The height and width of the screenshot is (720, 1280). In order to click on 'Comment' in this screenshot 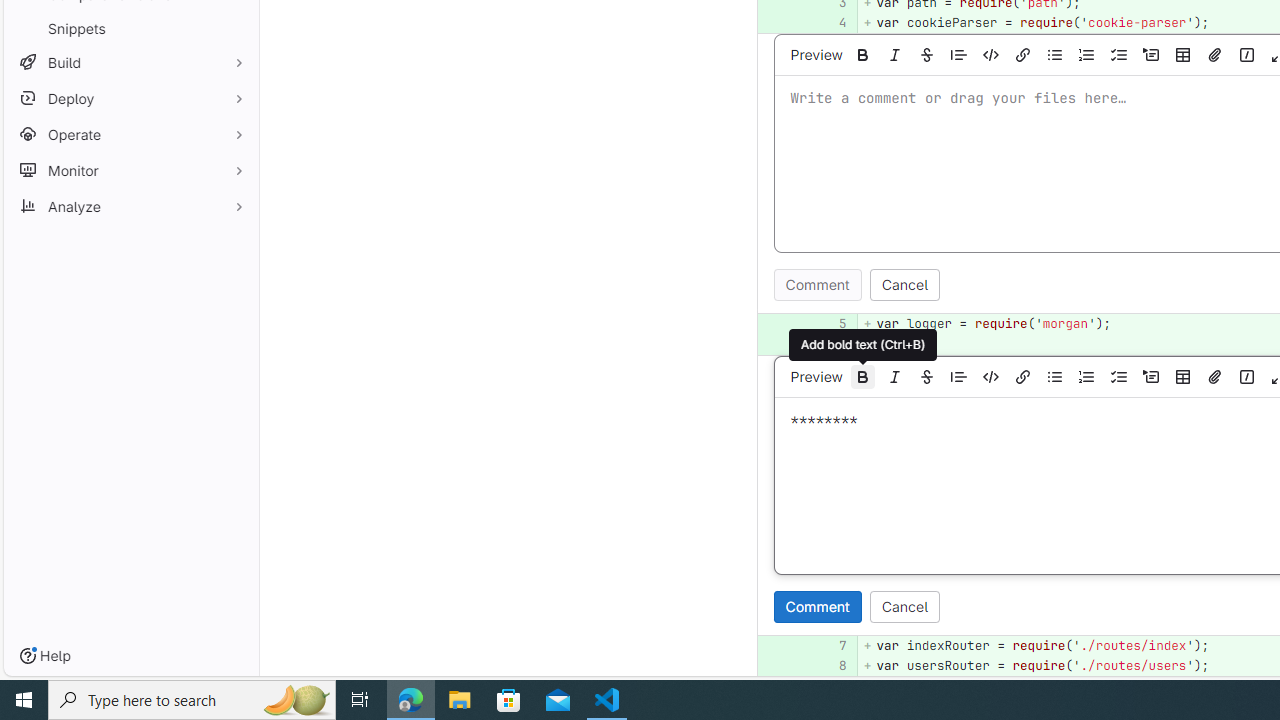, I will do `click(817, 605)`.